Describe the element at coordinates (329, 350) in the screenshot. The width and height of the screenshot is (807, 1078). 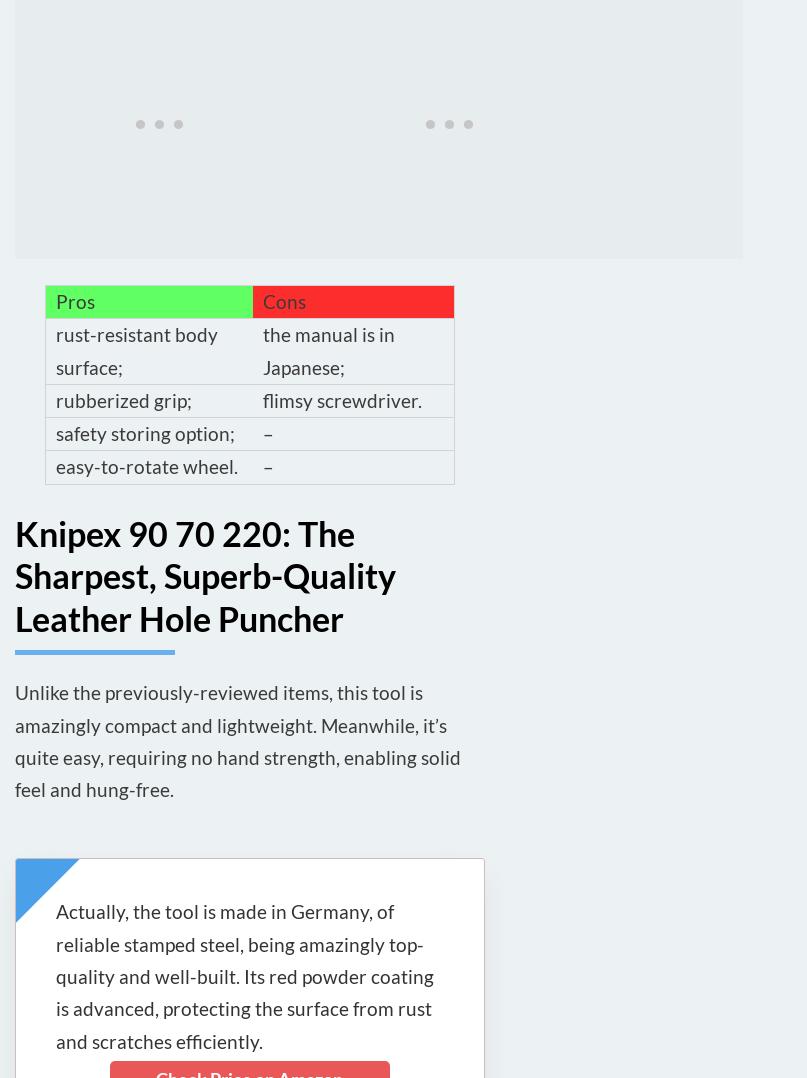
I see `'the manual is in Japanese;'` at that location.